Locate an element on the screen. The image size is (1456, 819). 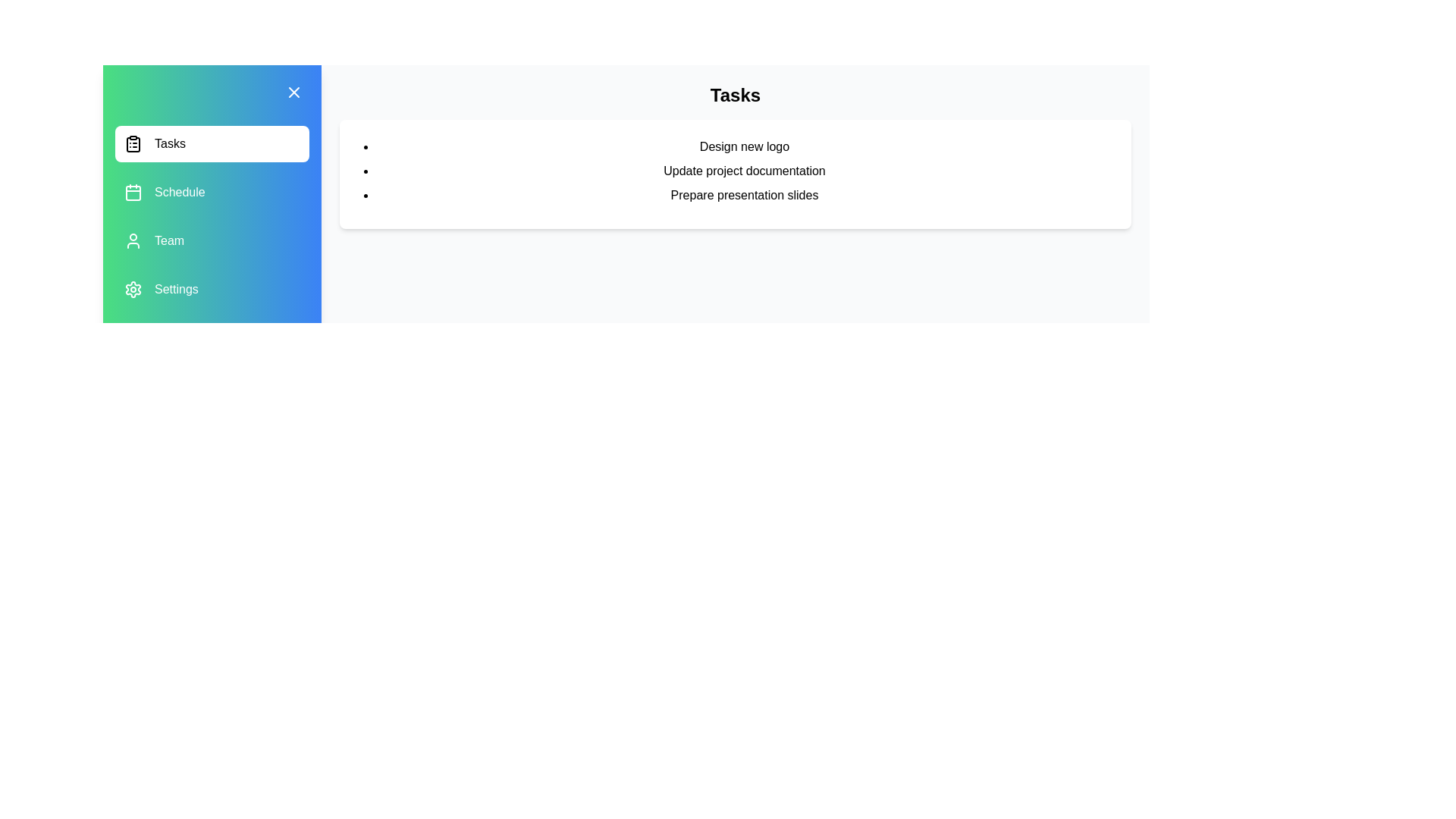
the section Team from the drawer menu is located at coordinates (211, 240).